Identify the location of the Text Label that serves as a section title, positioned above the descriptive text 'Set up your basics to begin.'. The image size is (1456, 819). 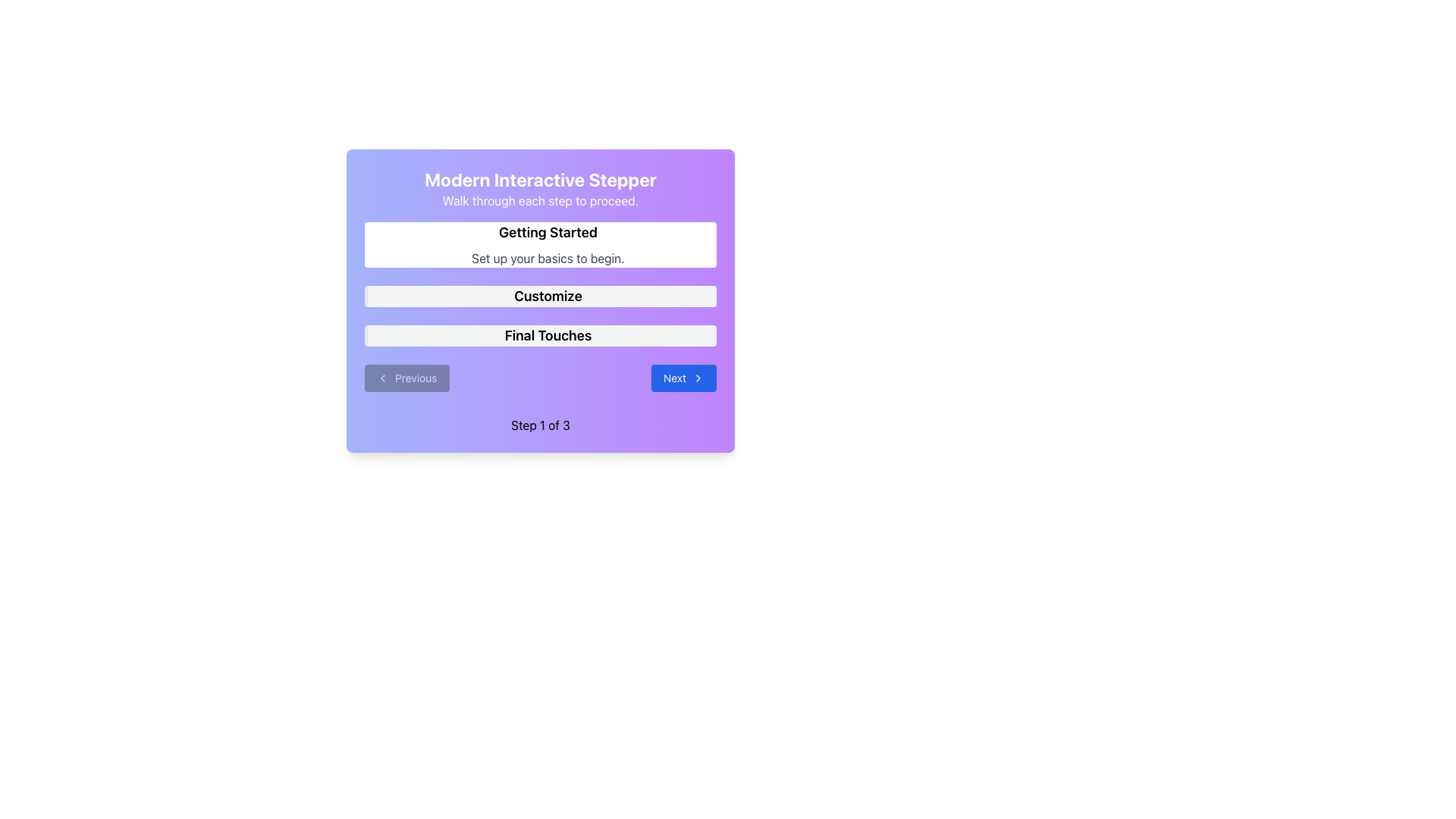
(548, 233).